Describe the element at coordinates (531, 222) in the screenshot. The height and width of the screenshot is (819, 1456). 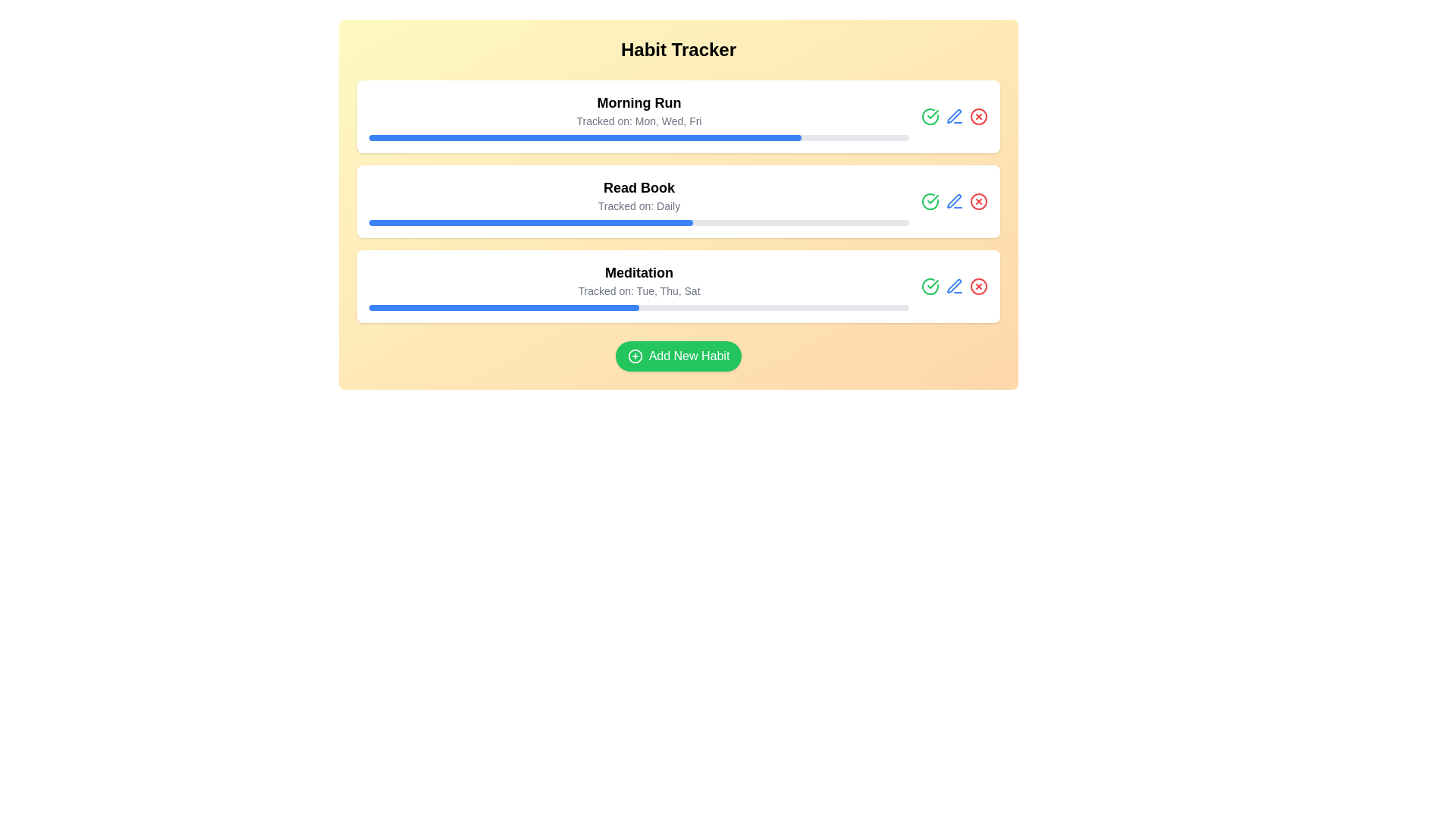
I see `the Progress Indicator that visually represents the completion percentage of the habit 'Read Book'` at that location.